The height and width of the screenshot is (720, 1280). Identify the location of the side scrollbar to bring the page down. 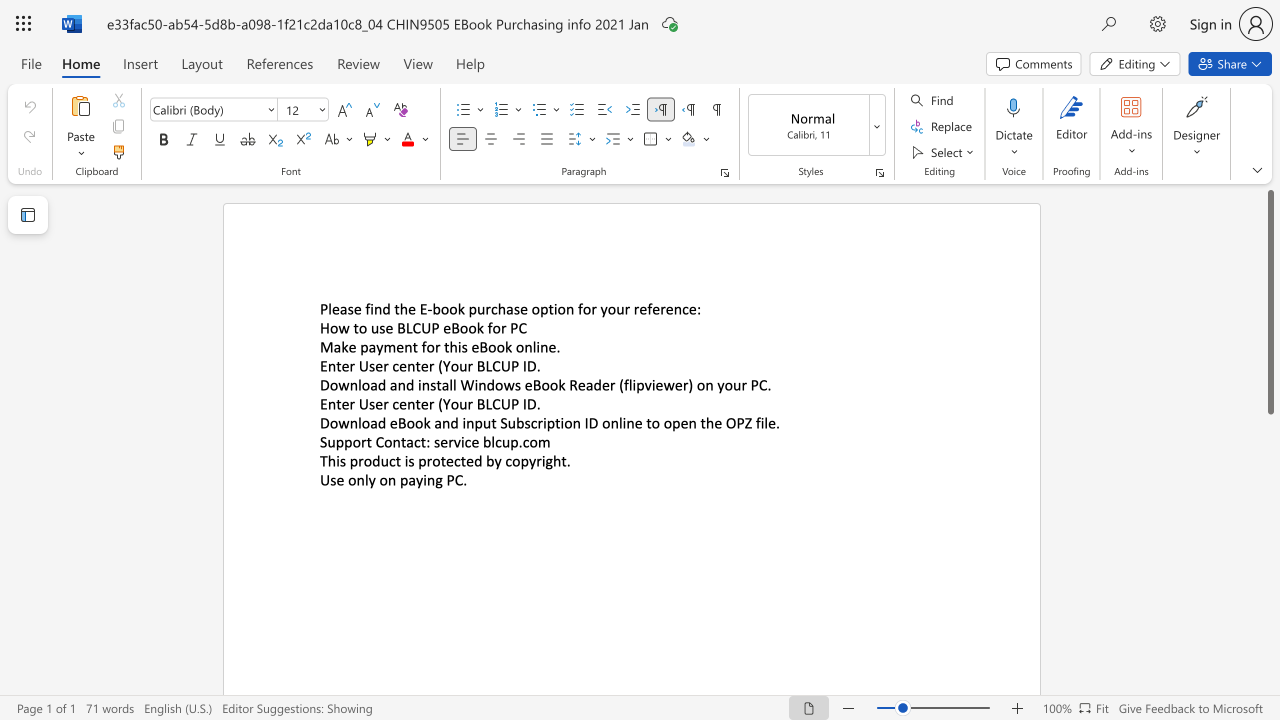
(1269, 438).